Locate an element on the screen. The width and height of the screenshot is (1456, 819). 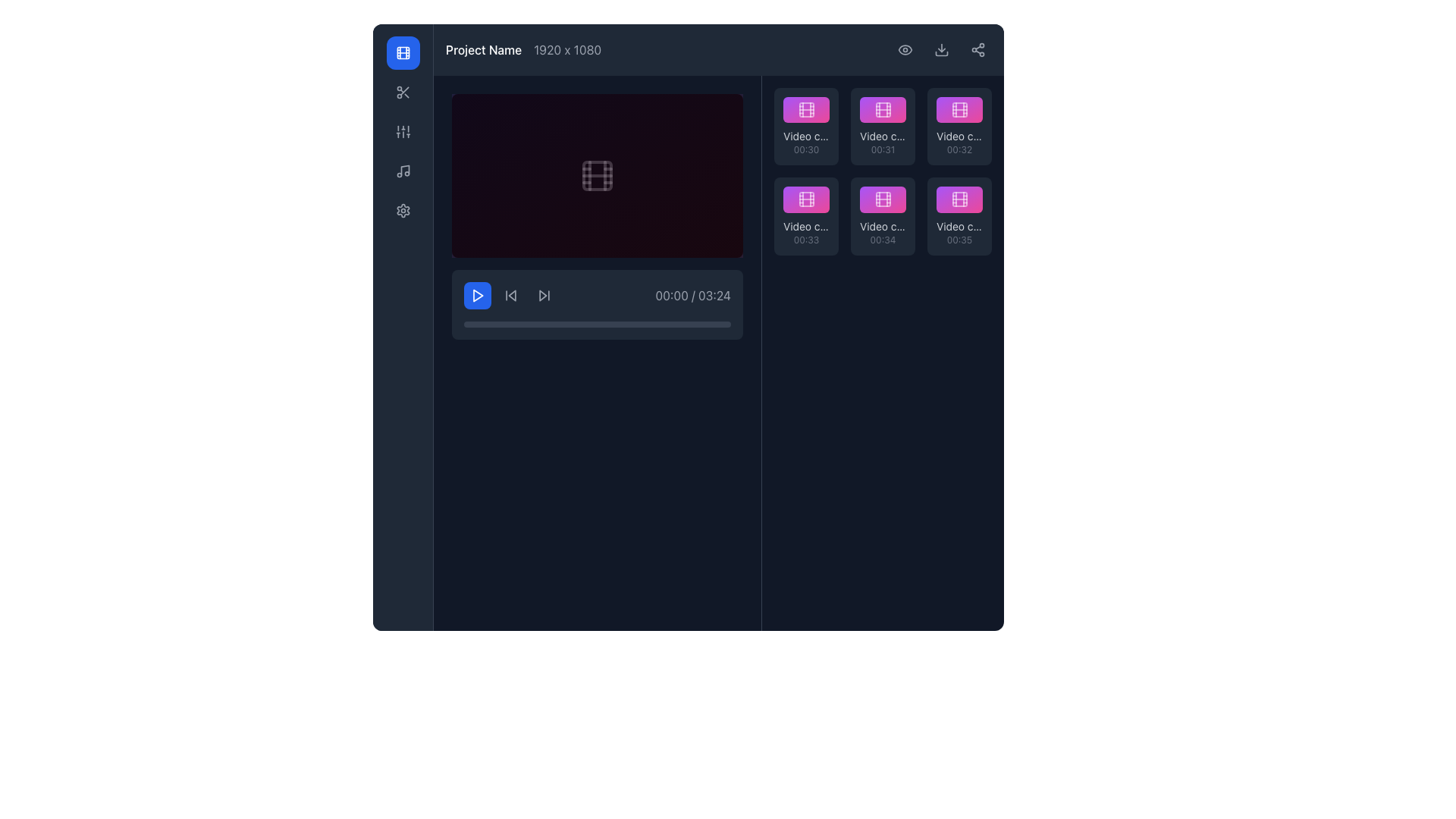
the Text Label indicating the duration of the video clip, which is positioned below 'Video clip 6' and is located in the last column and last row of the grid layout is located at coordinates (959, 239).